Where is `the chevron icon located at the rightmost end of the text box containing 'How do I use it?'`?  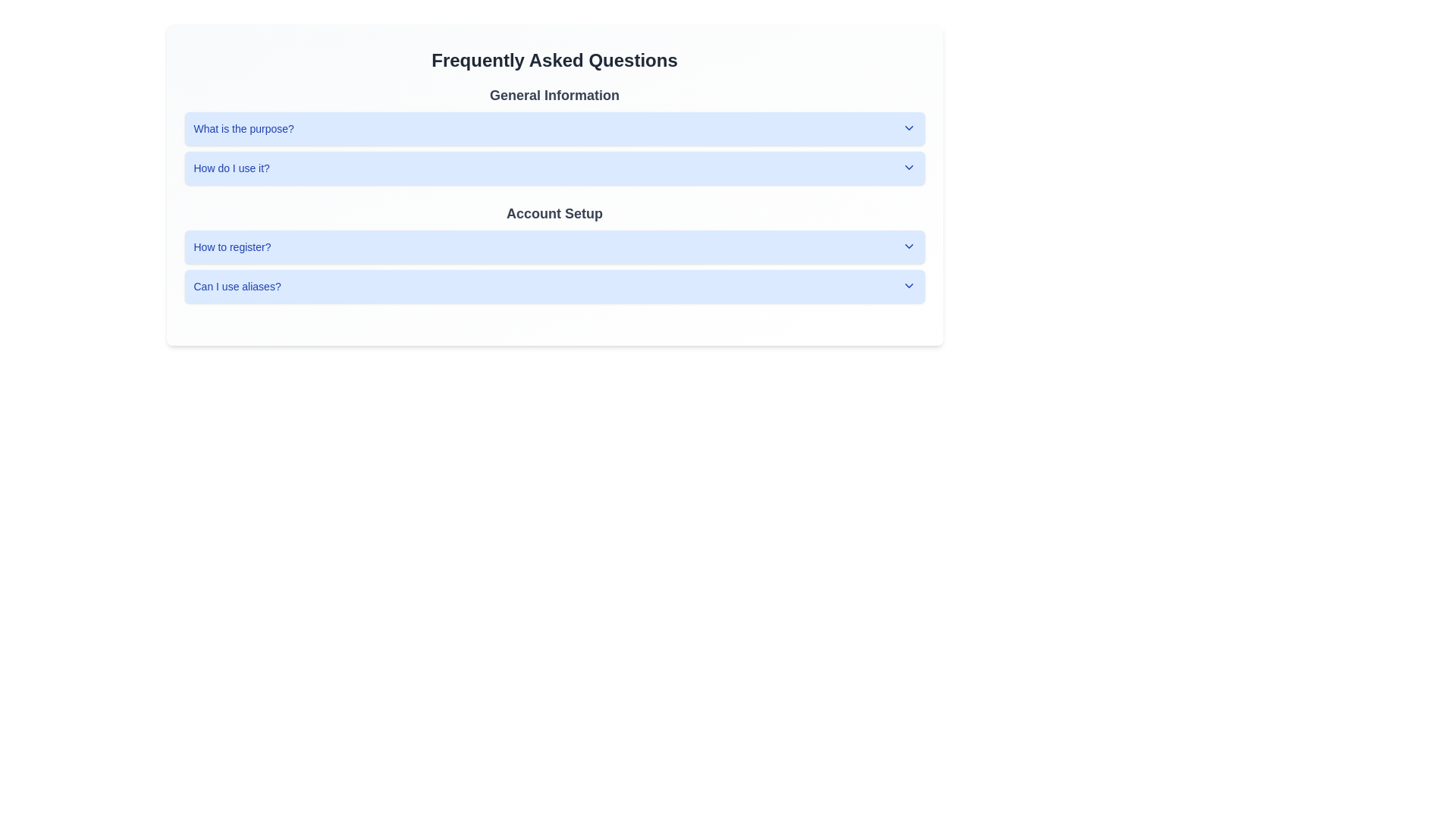 the chevron icon located at the rightmost end of the text box containing 'How do I use it?' is located at coordinates (908, 167).